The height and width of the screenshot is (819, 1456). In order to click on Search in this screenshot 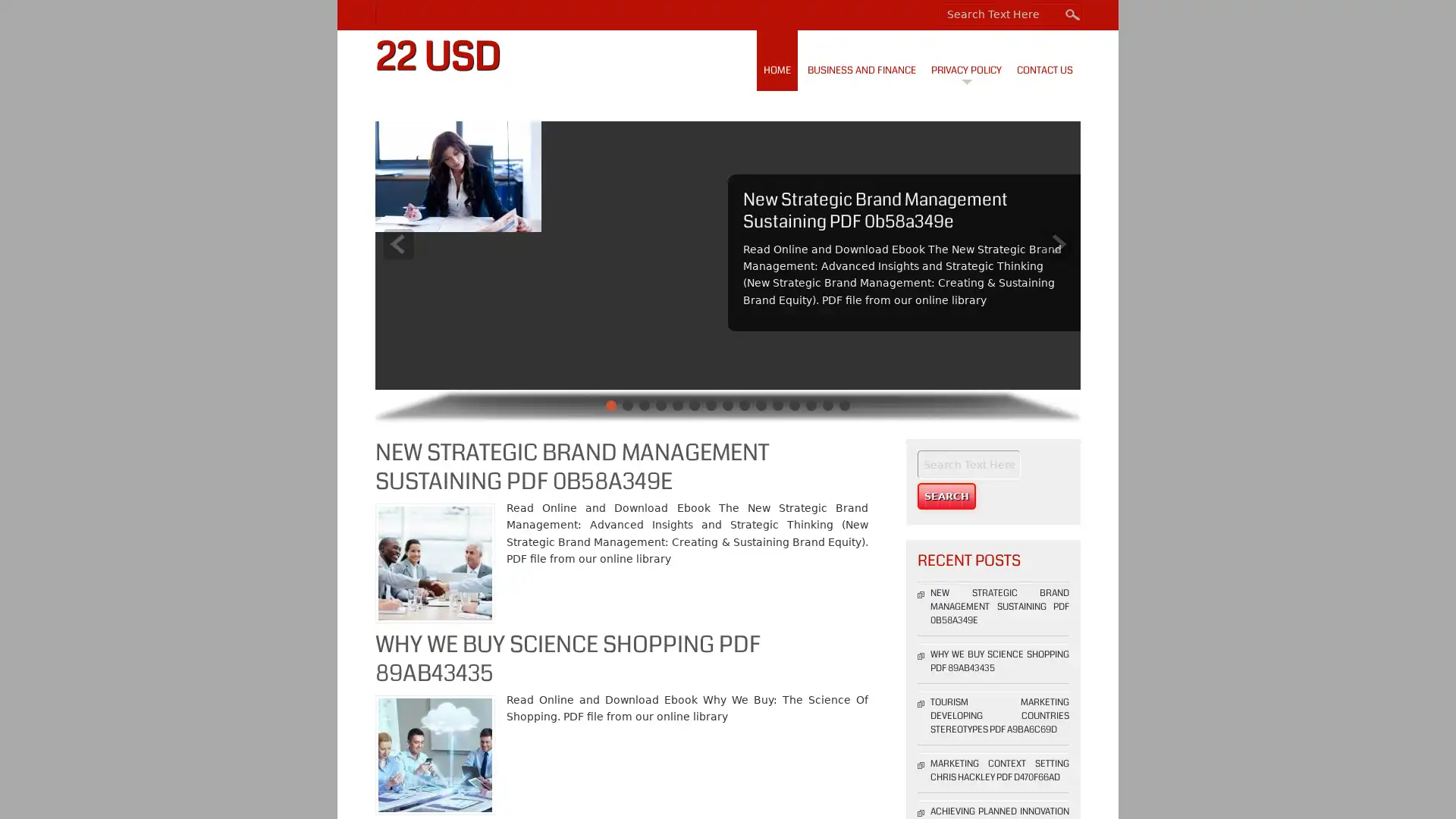, I will do `click(946, 496)`.